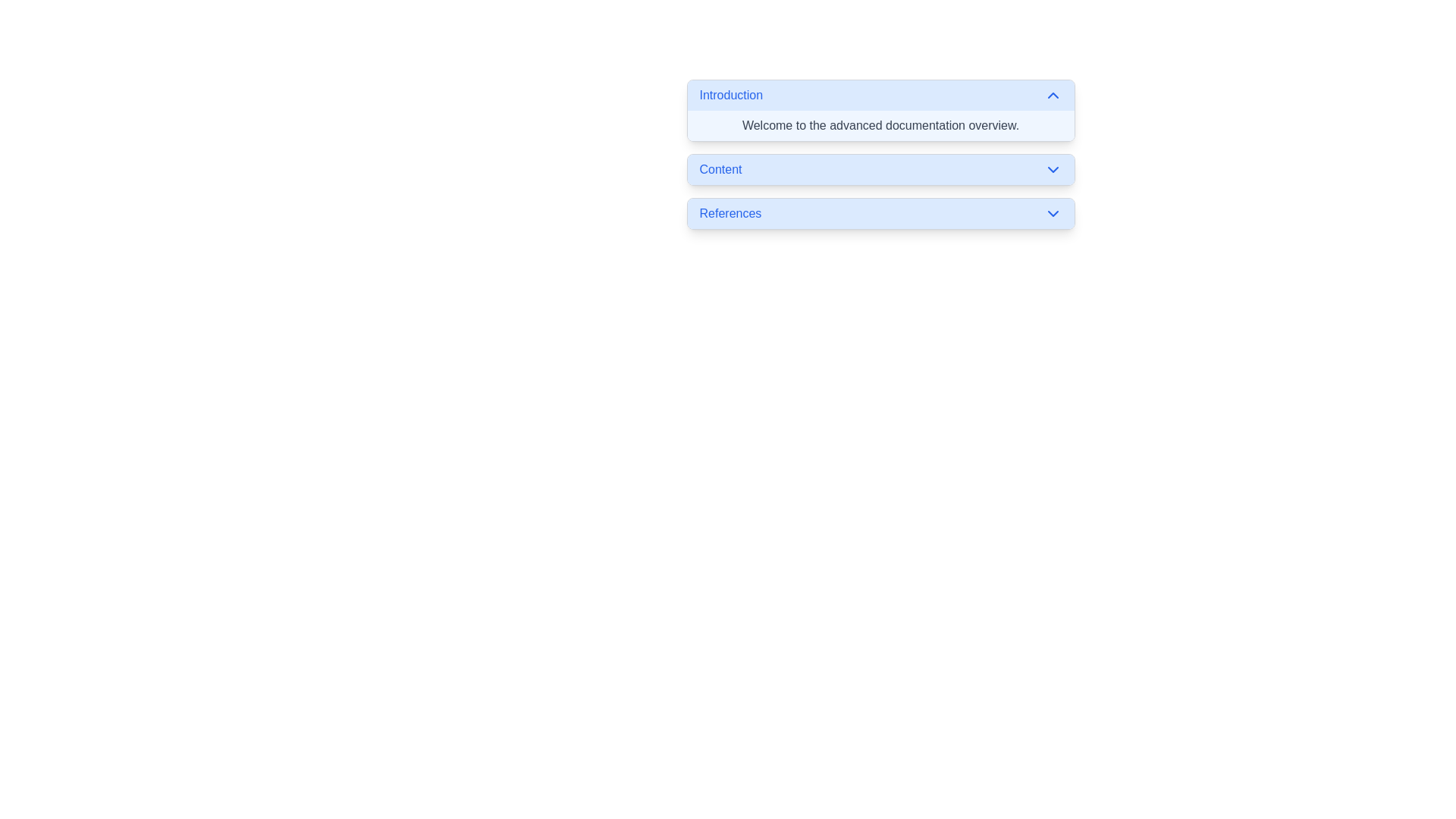 The height and width of the screenshot is (819, 1456). What do you see at coordinates (880, 124) in the screenshot?
I see `the static text block that provides introductory information for the advanced documentation section, located within the 'Introduction' section of a collapsible menu` at bounding box center [880, 124].